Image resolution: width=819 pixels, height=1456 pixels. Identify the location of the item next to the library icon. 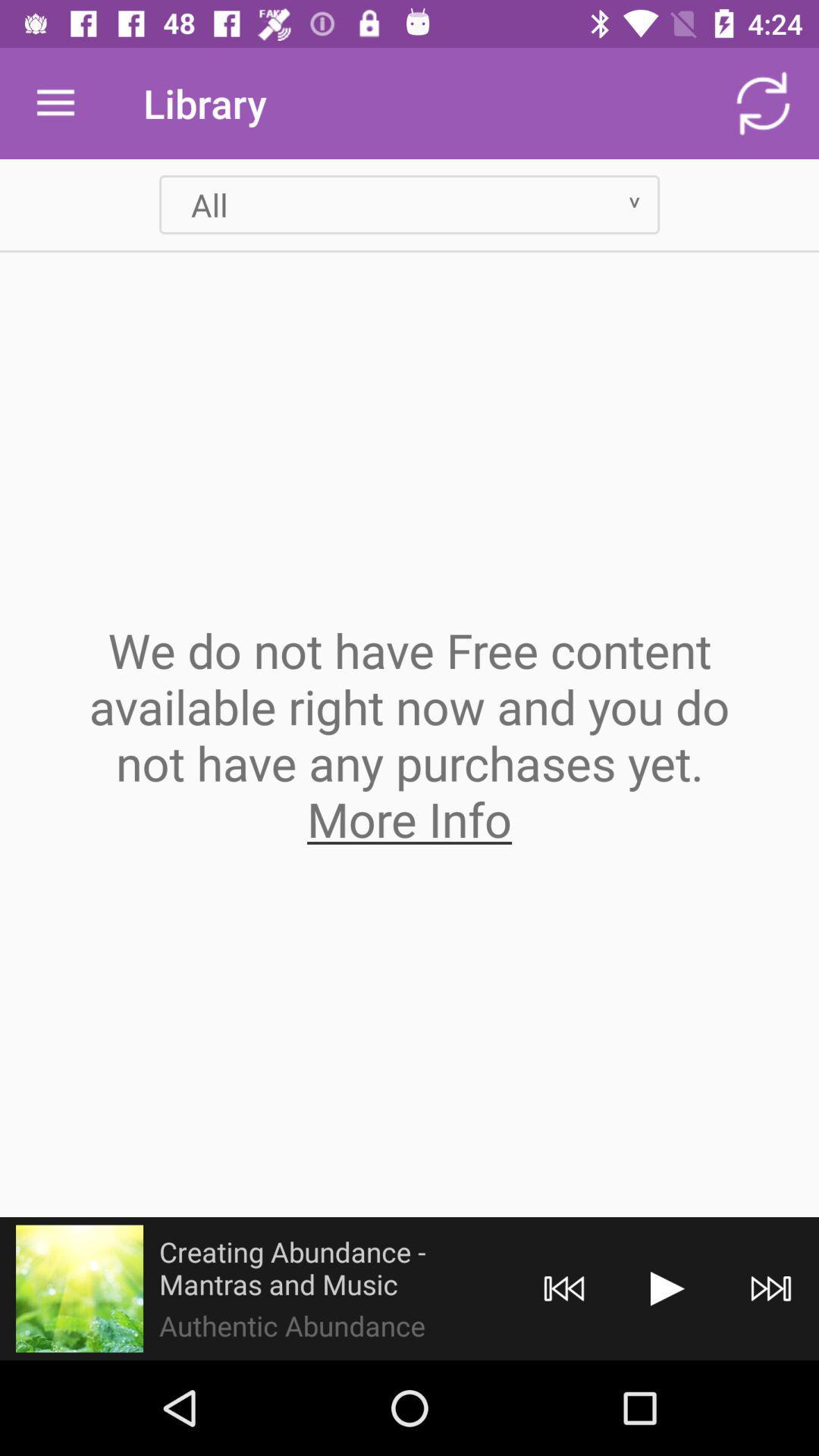
(763, 102).